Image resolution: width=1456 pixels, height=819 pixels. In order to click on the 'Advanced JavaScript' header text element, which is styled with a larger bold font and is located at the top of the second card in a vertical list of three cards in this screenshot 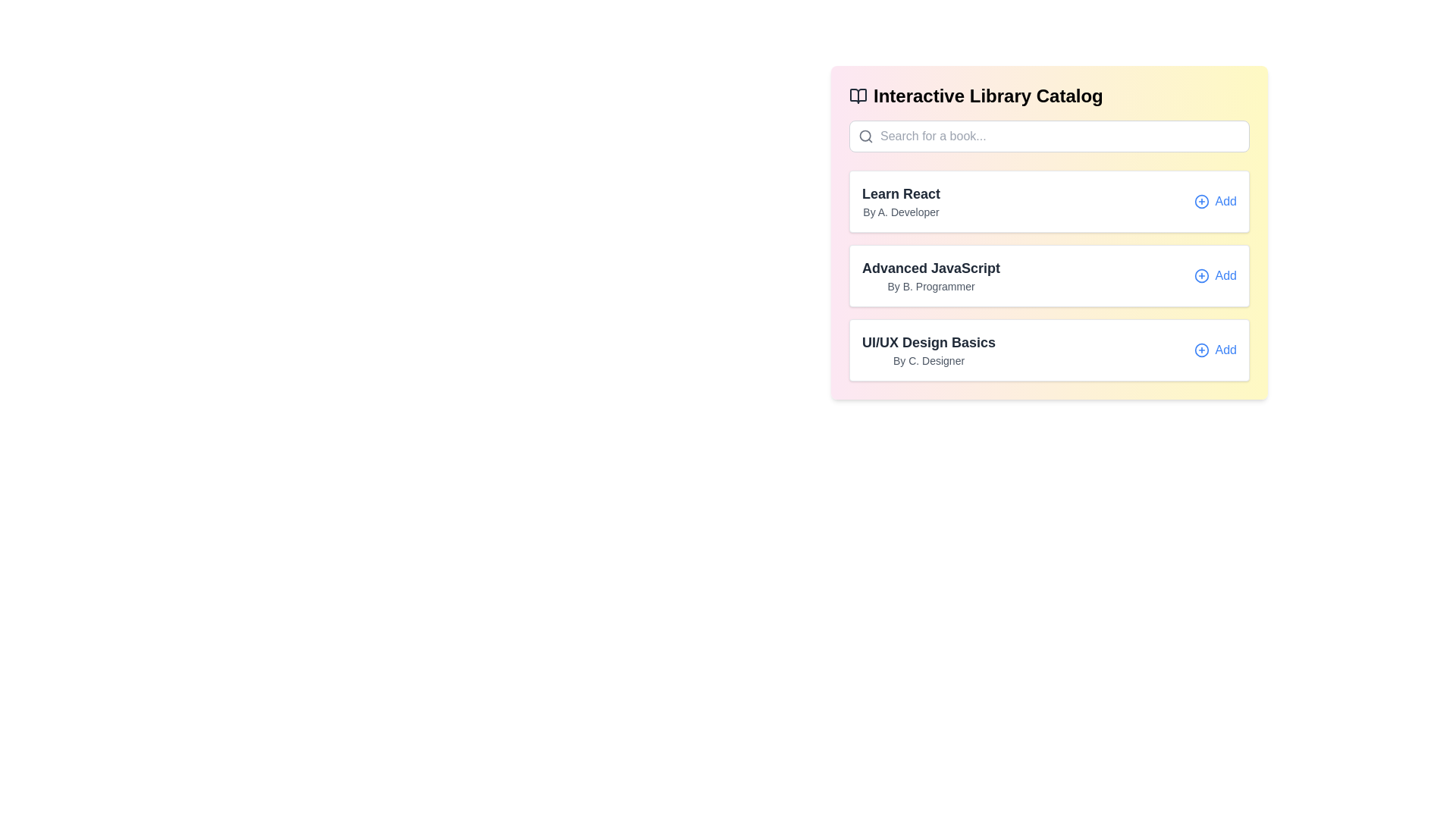, I will do `click(930, 268)`.